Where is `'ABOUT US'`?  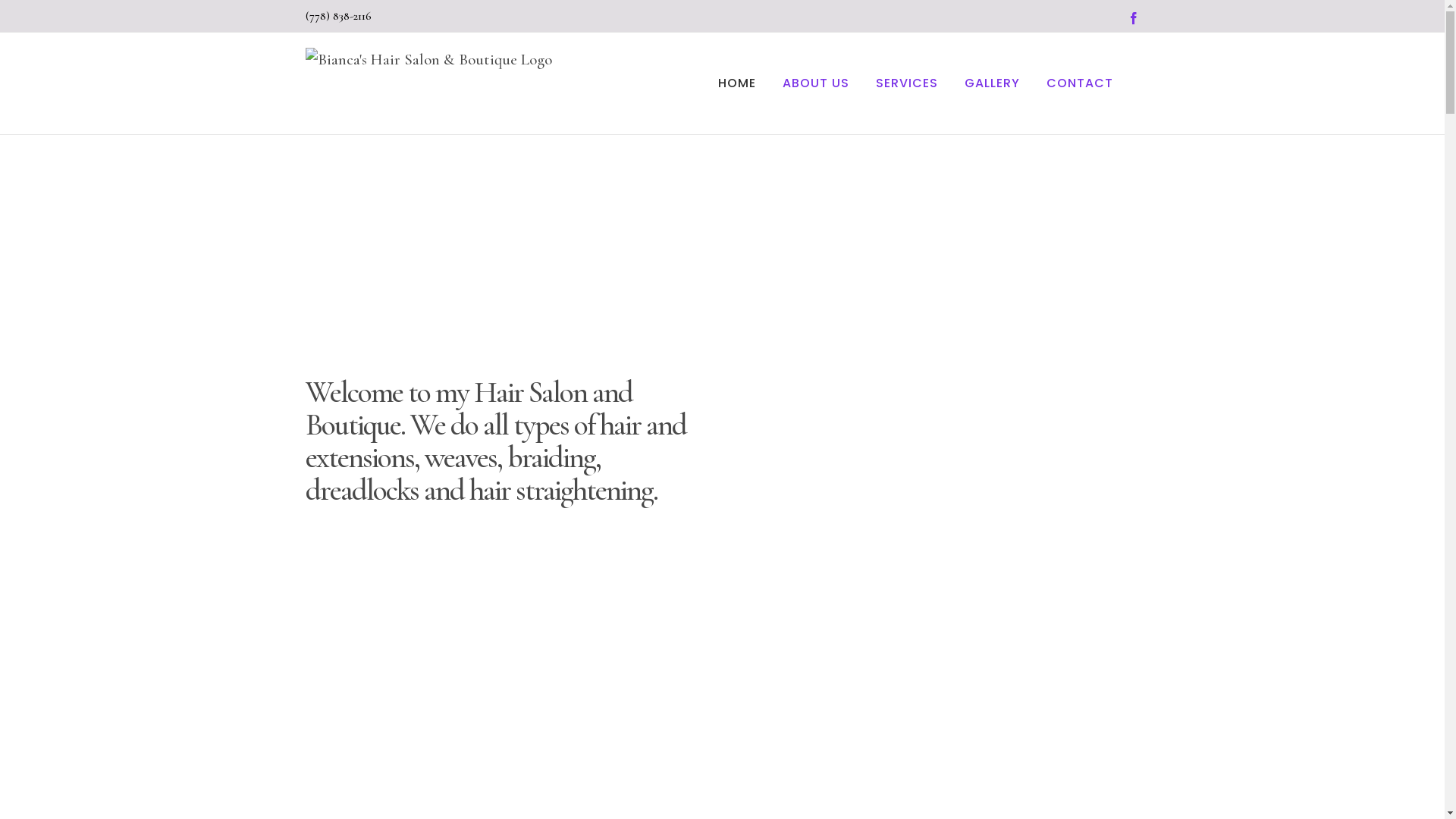
'ABOUT US' is located at coordinates (783, 83).